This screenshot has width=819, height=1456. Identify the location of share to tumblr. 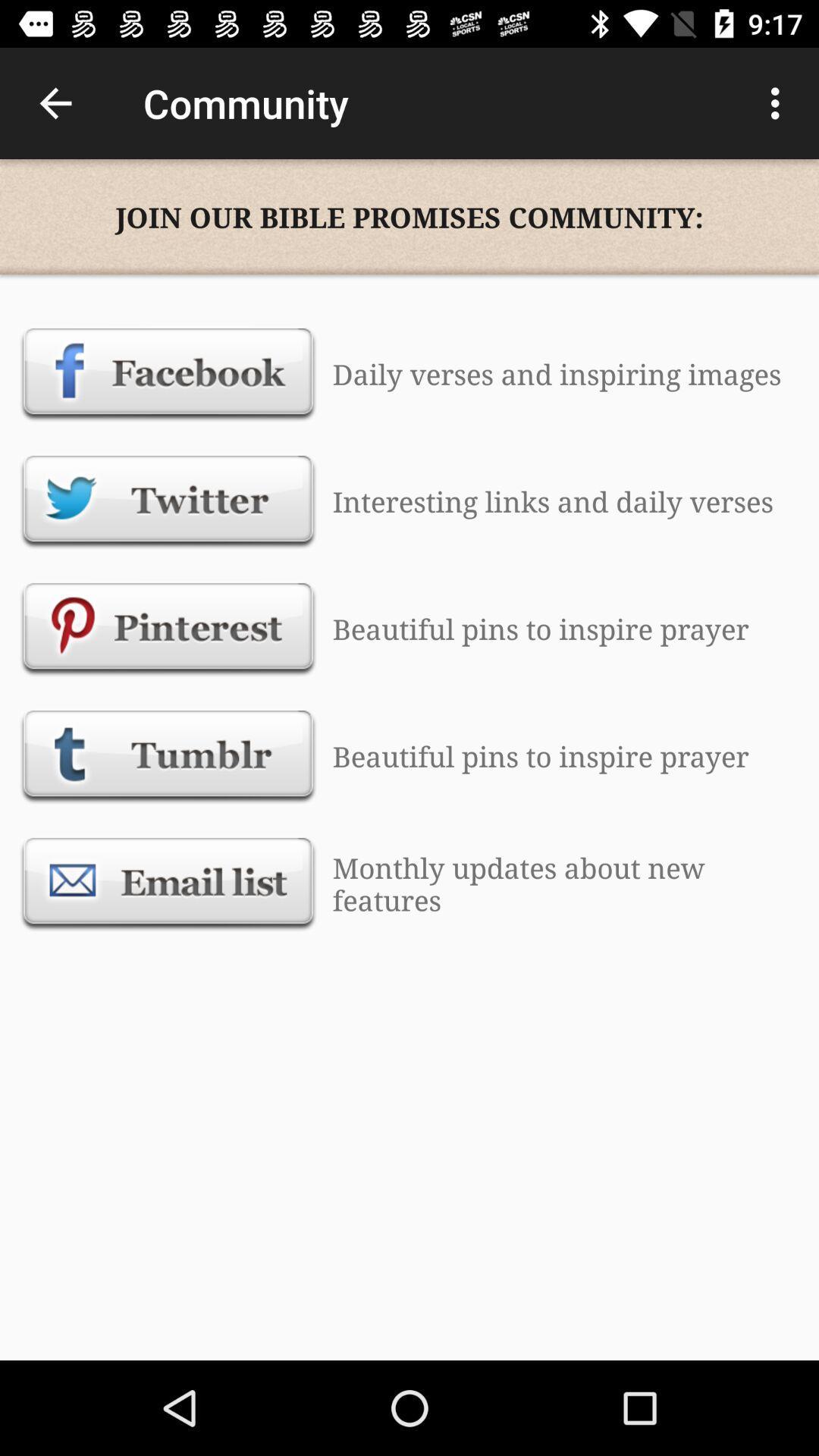
(168, 756).